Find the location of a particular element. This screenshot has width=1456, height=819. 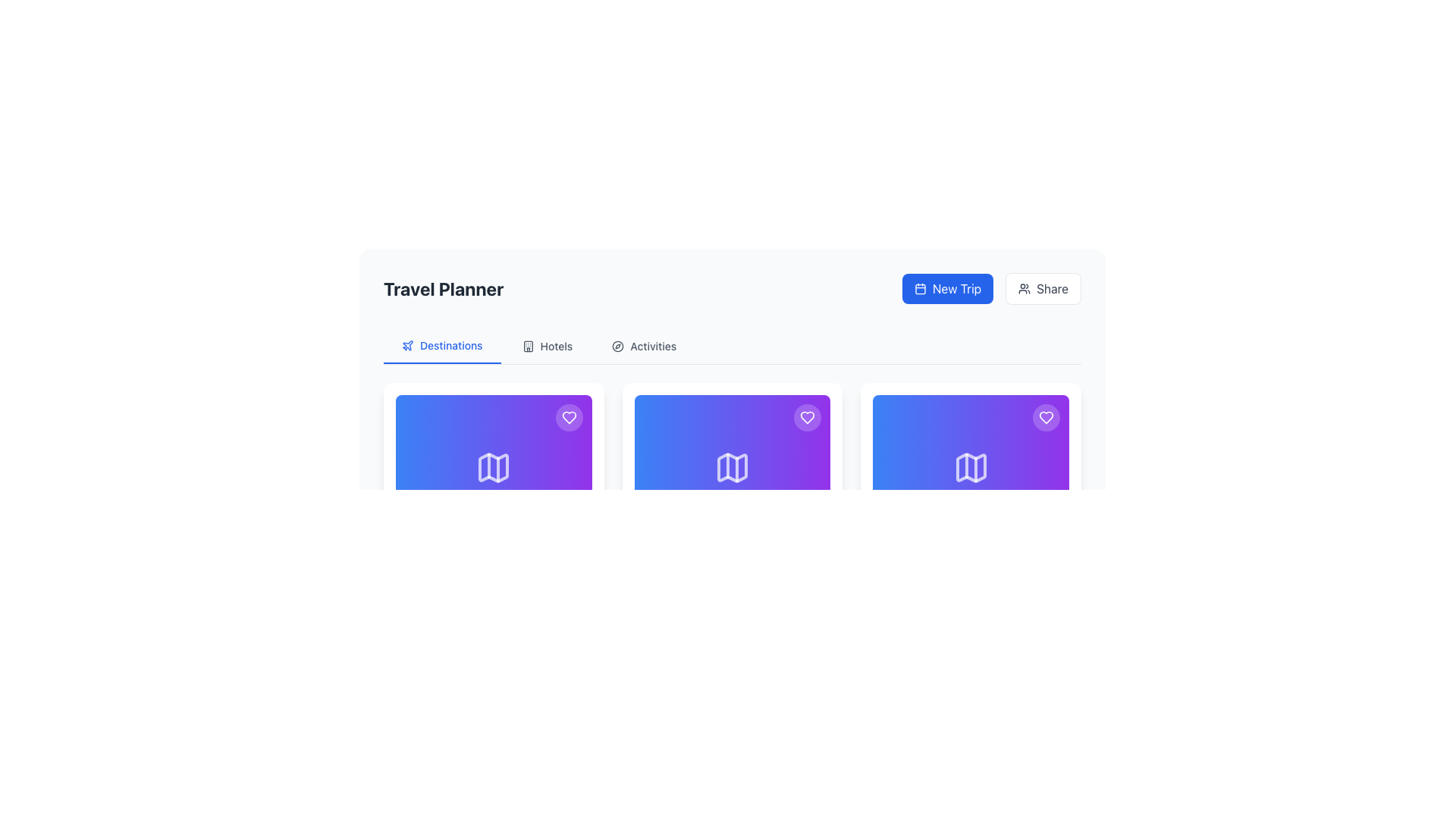

the stylized map icon located in the center of the second card under the 'Destinations' tab is located at coordinates (732, 467).